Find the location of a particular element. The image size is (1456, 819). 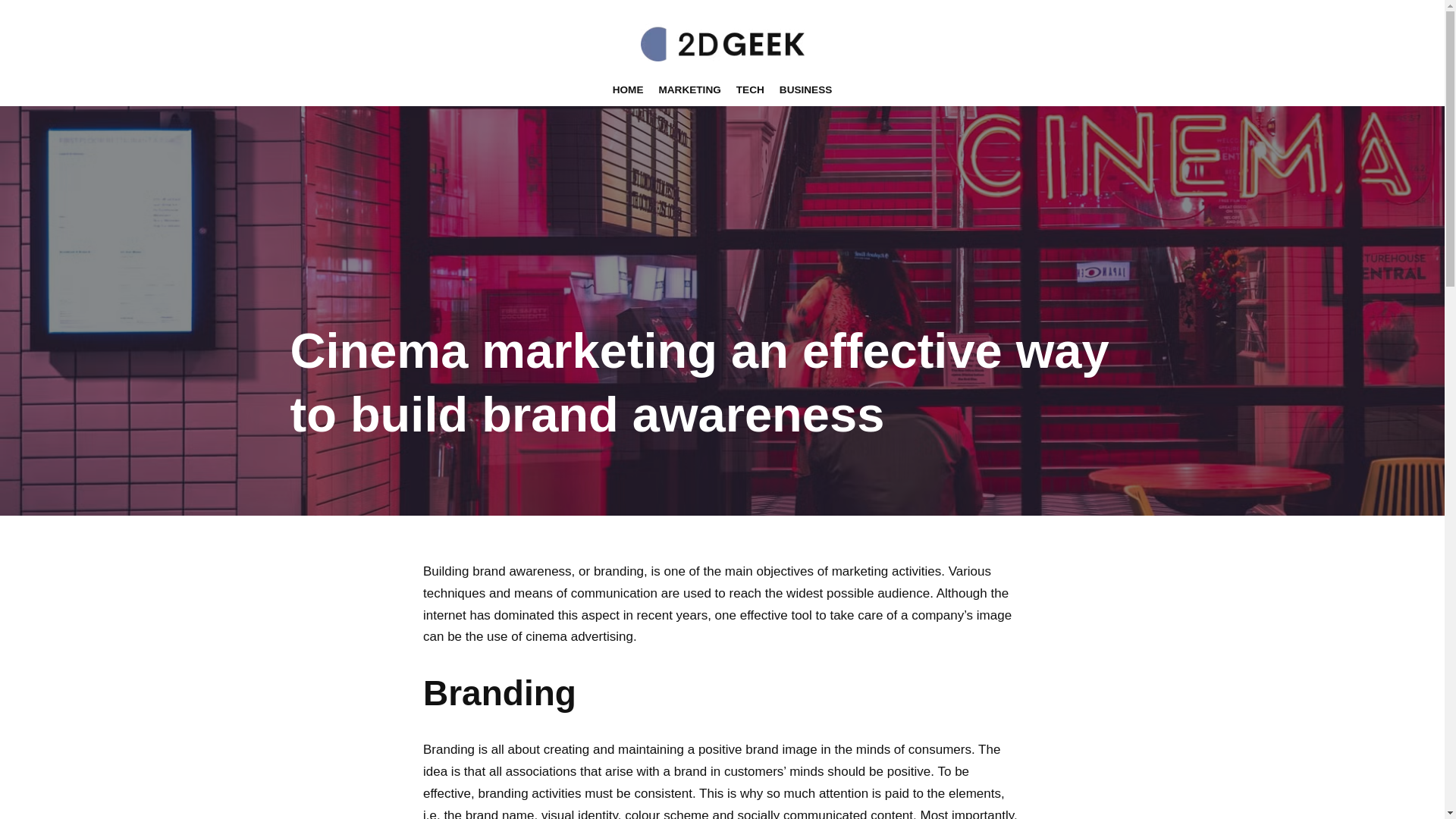

'HOME' is located at coordinates (628, 90).